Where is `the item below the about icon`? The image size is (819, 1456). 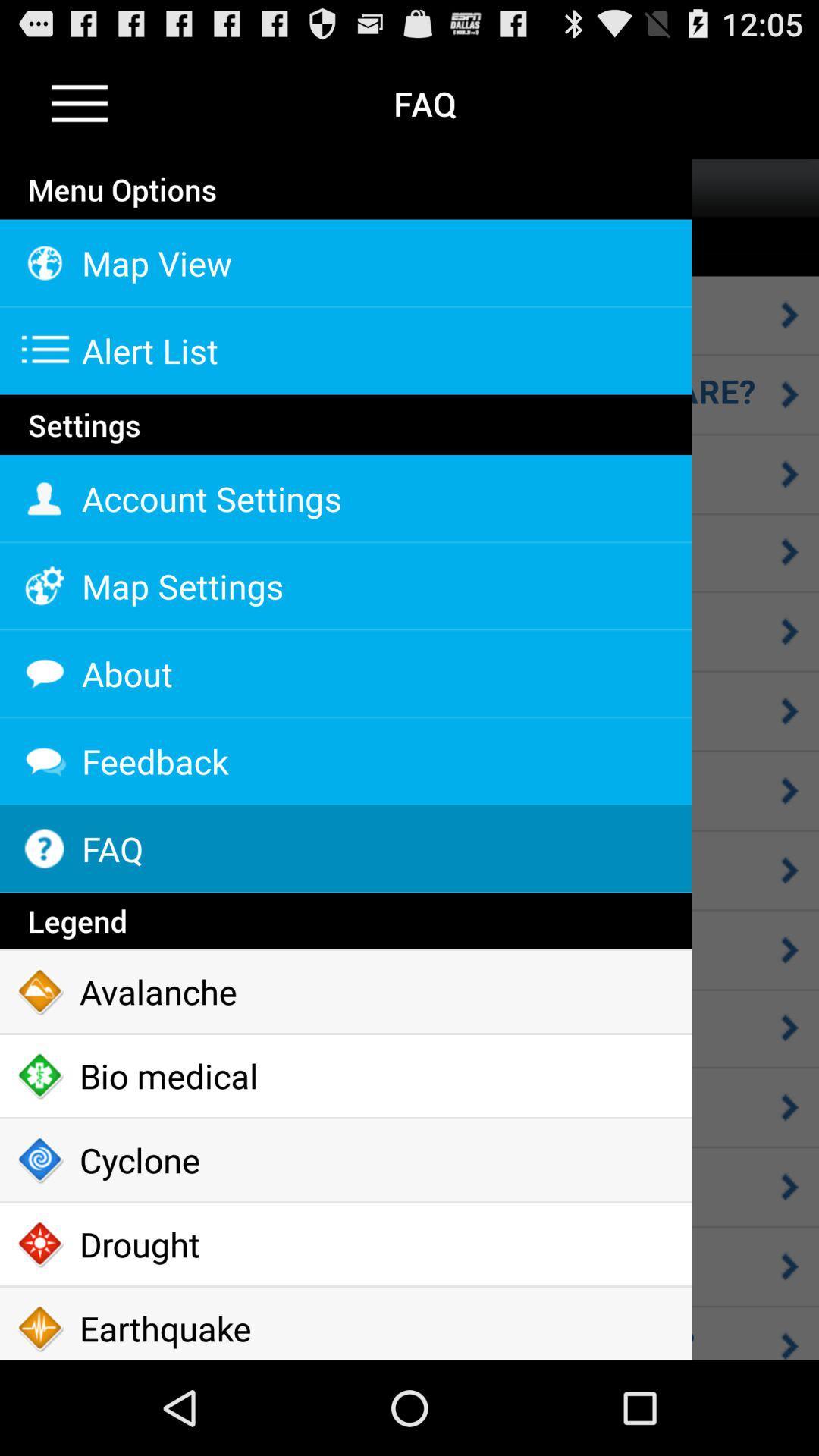 the item below the about icon is located at coordinates (345, 761).